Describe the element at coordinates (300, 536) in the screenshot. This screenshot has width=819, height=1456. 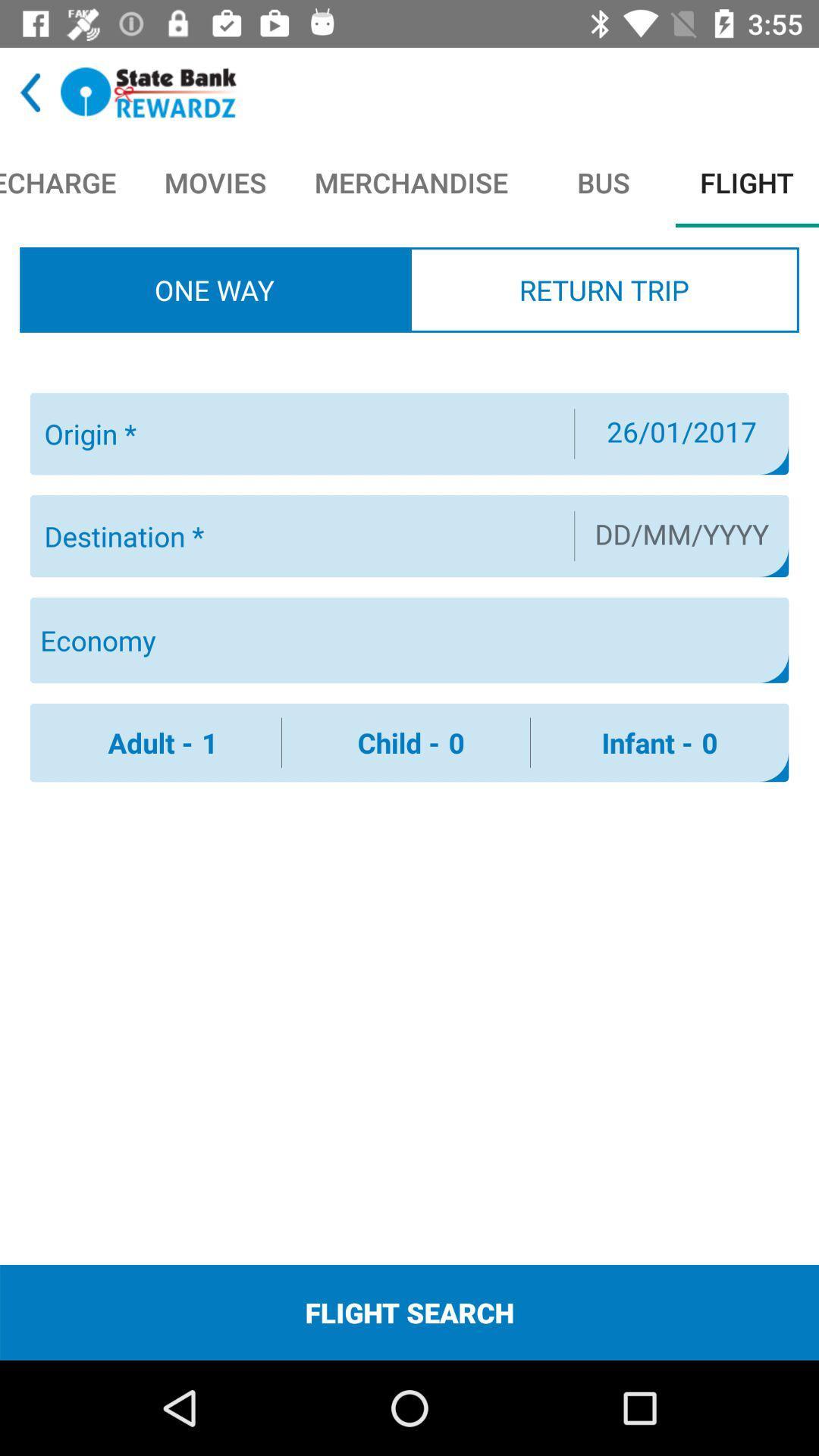
I see `trip destination` at that location.